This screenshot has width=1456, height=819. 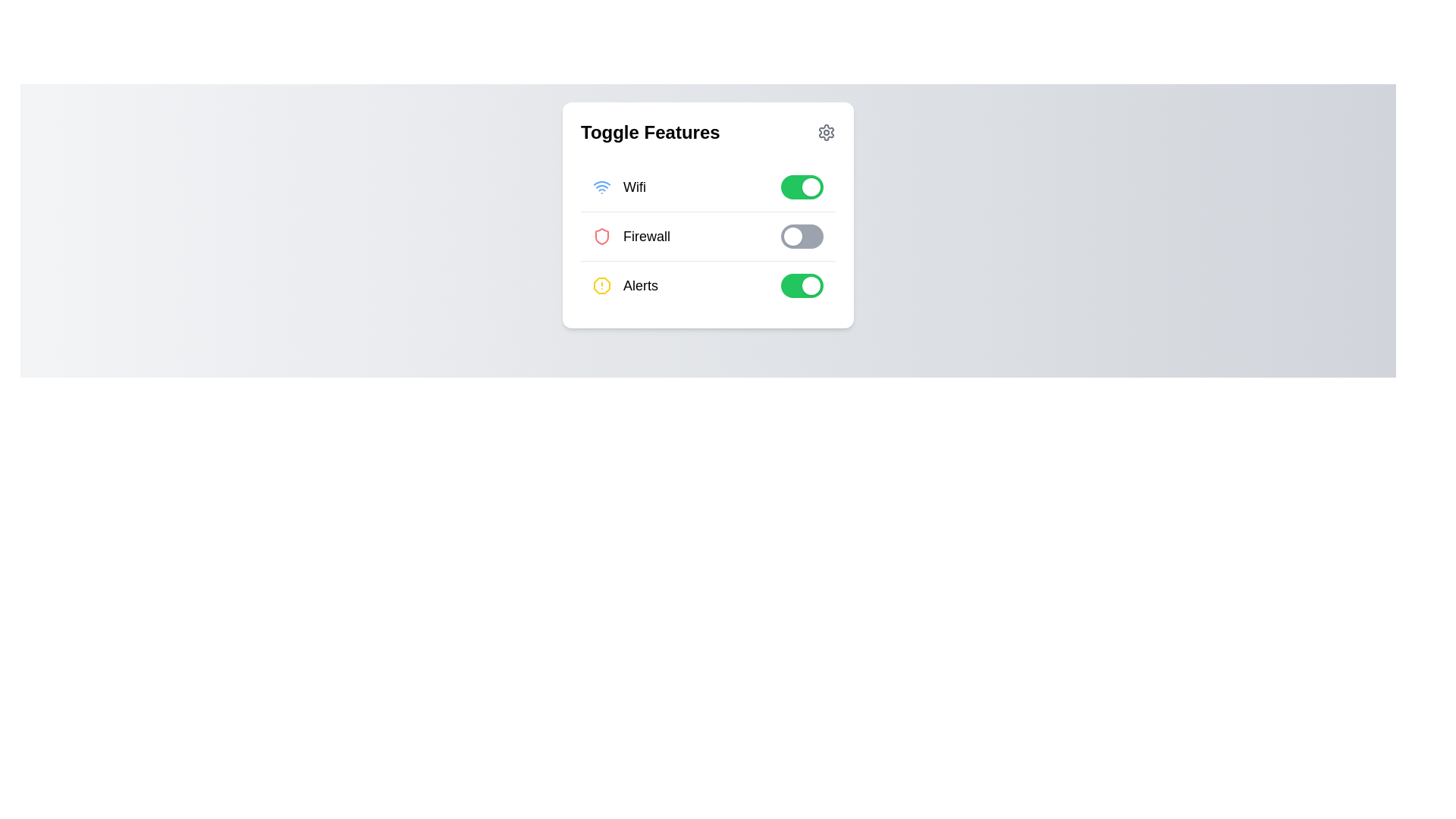 I want to click on the settings icon button located in the top-right corner of the 'Toggle Features' card, so click(x=825, y=131).